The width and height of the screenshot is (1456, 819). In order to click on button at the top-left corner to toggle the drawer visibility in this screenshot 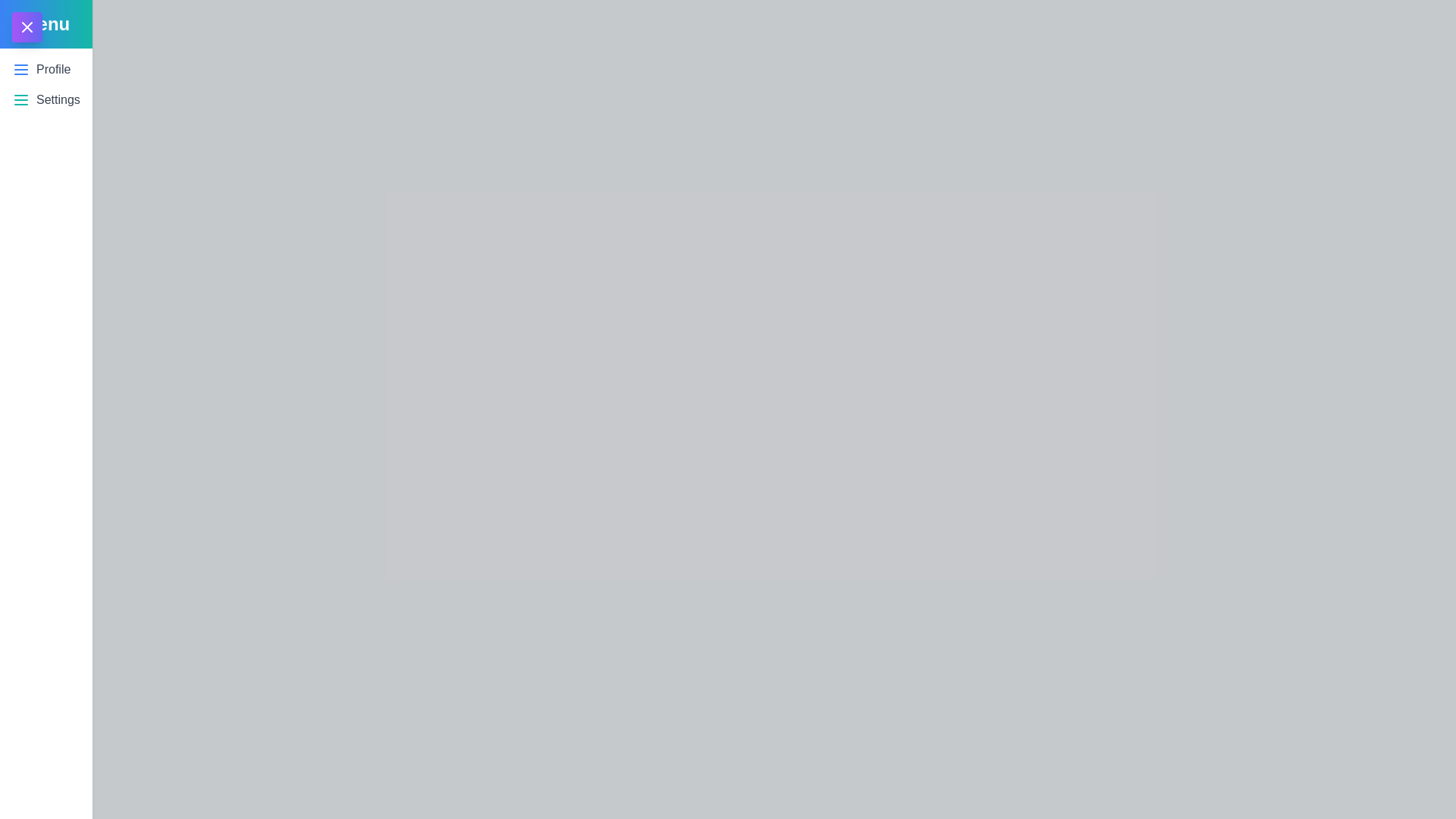, I will do `click(27, 27)`.